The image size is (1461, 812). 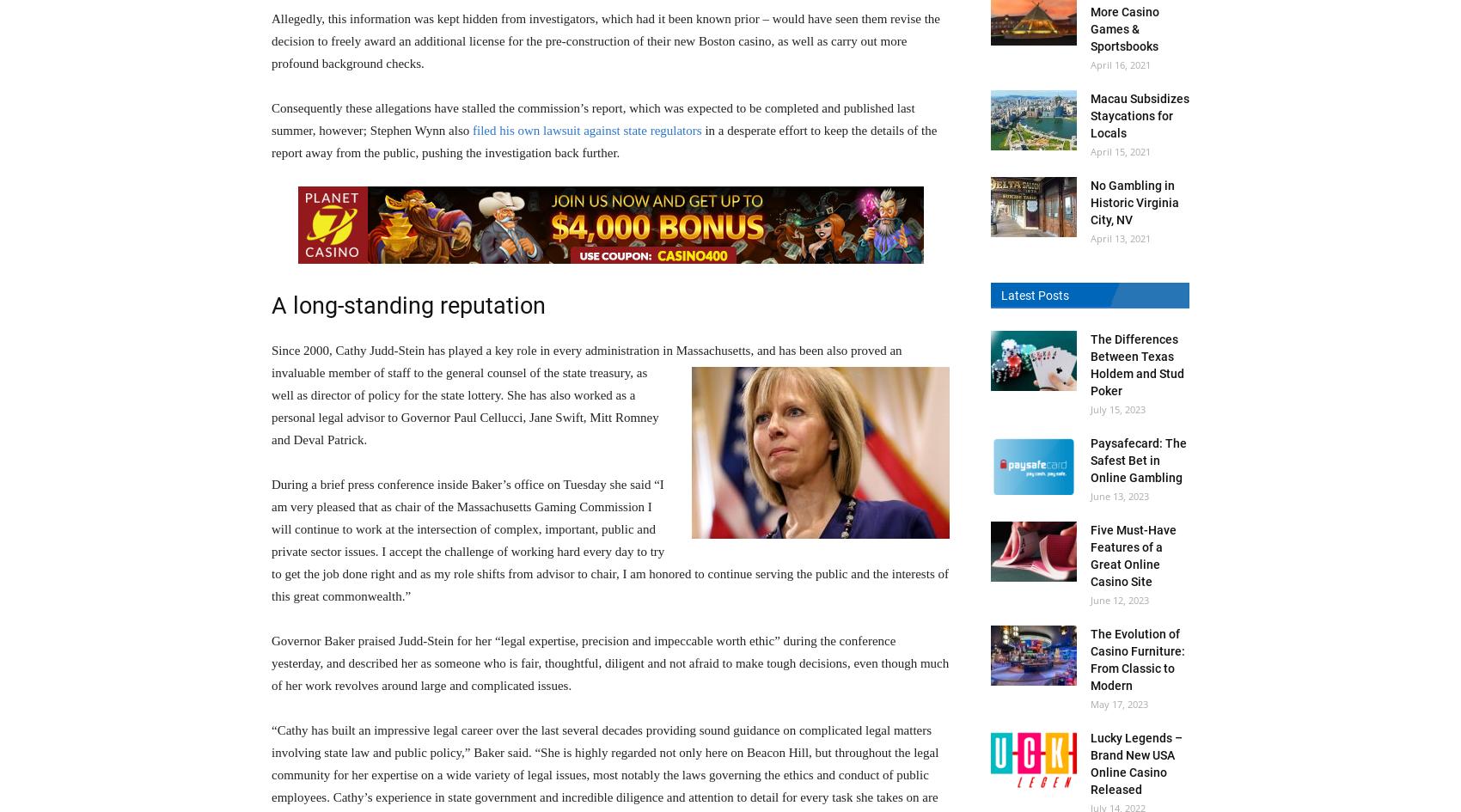 What do you see at coordinates (272, 119) in the screenshot?
I see `'Consequently these allegations have stalled the commission’s report, which was expected to be completed and published last summer, however; Stephen Wynn also'` at bounding box center [272, 119].